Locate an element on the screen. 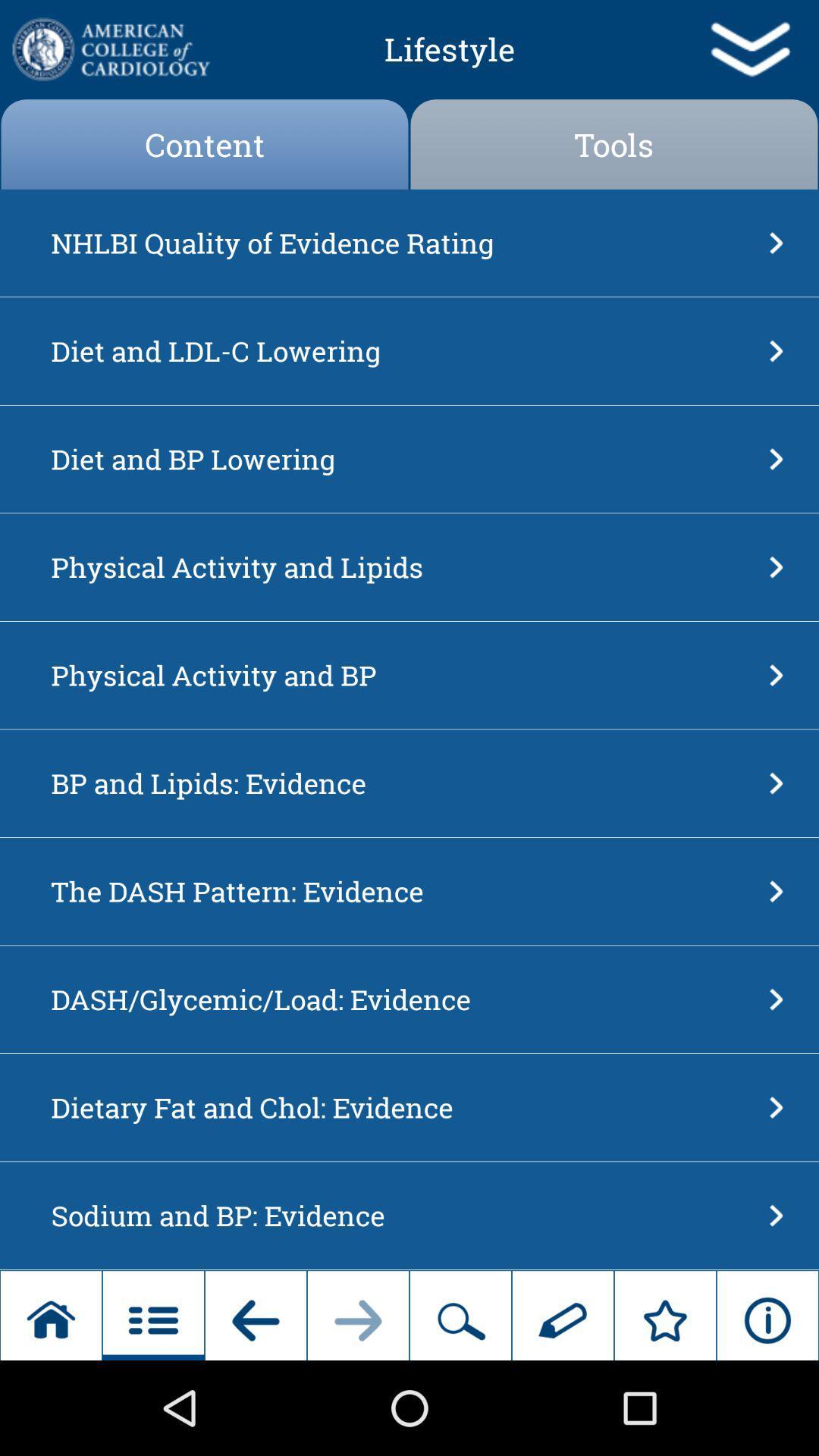 The width and height of the screenshot is (819, 1456). the item next to the tools is located at coordinates (205, 144).